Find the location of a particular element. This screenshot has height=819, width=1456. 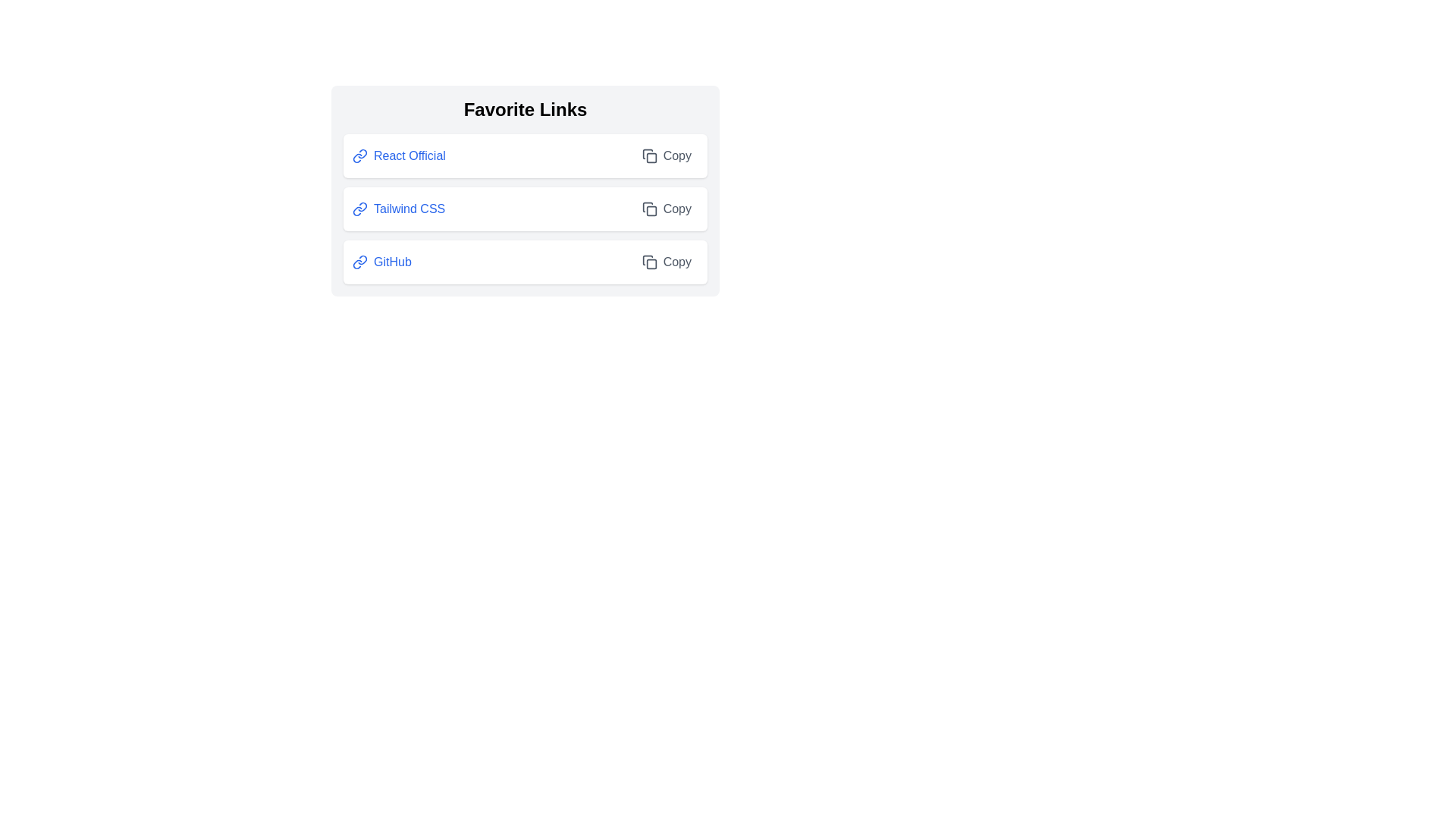

the small, rounded rectangle within the 'Copy' button, which is aligned to the right of the 'GitHub' link in the third row of the 'Favorite Links' list is located at coordinates (651, 263).